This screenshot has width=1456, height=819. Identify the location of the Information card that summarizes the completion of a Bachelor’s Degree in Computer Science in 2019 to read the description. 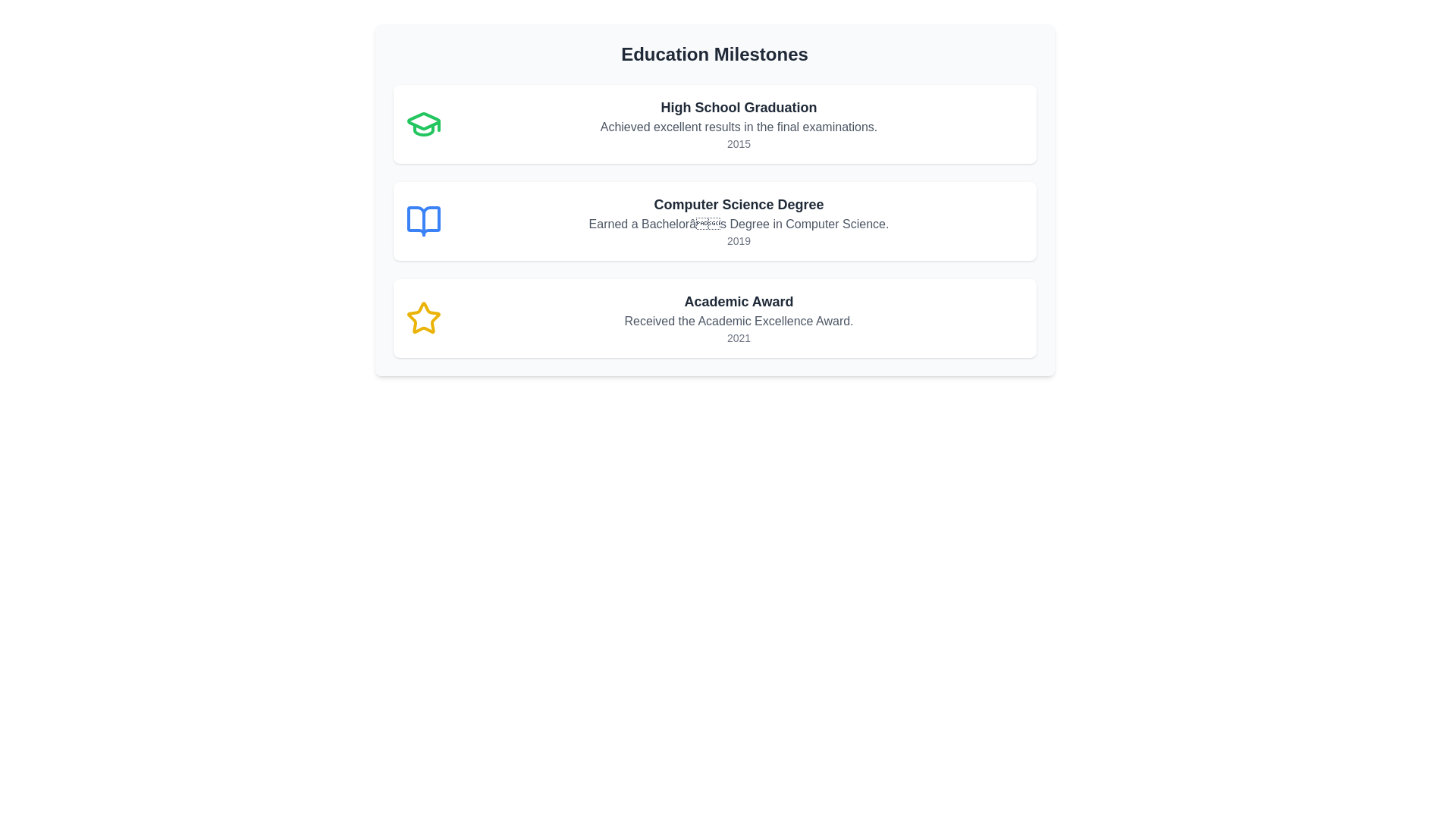
(714, 221).